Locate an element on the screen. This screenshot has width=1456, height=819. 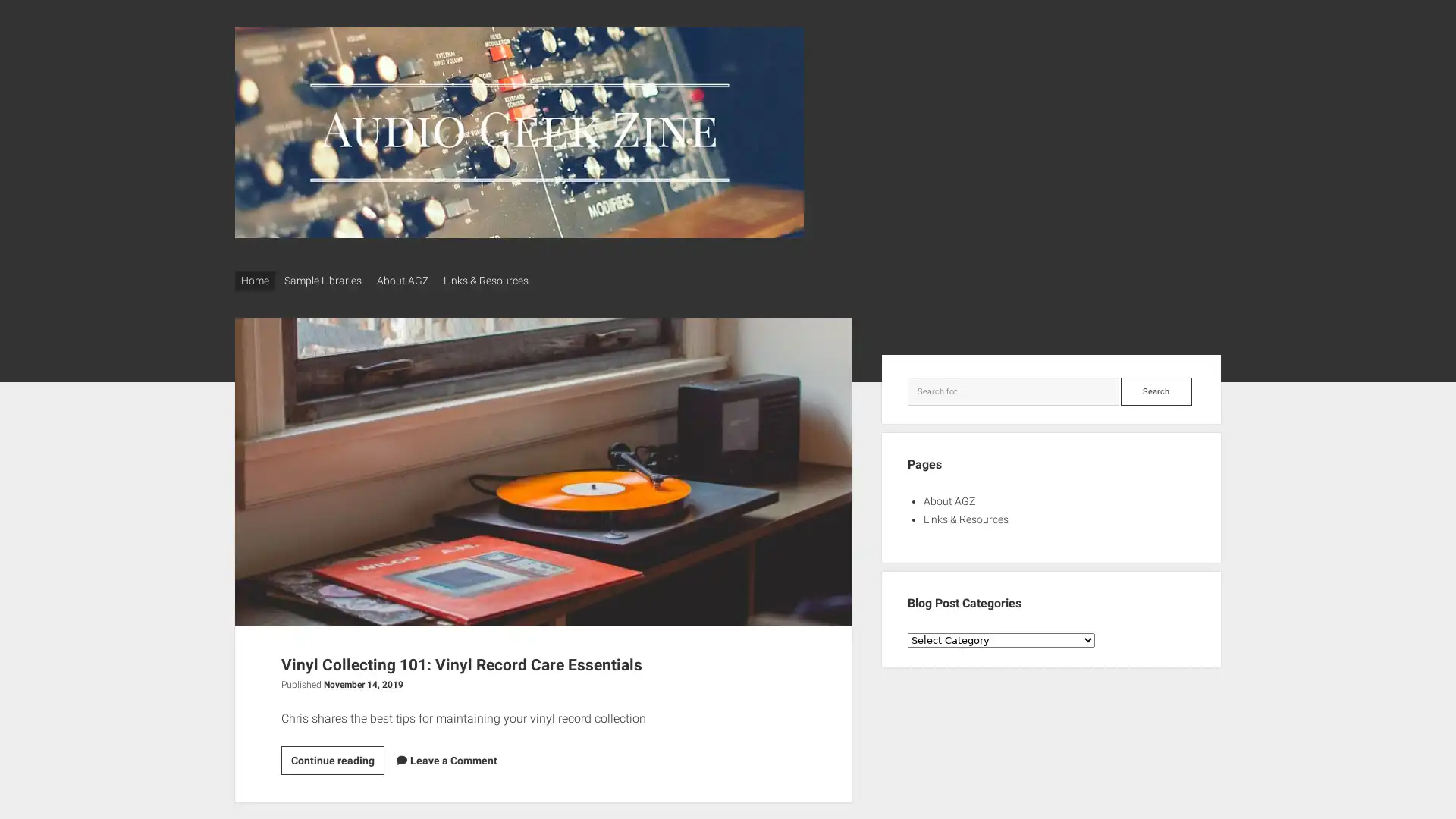
Search is located at coordinates (1155, 385).